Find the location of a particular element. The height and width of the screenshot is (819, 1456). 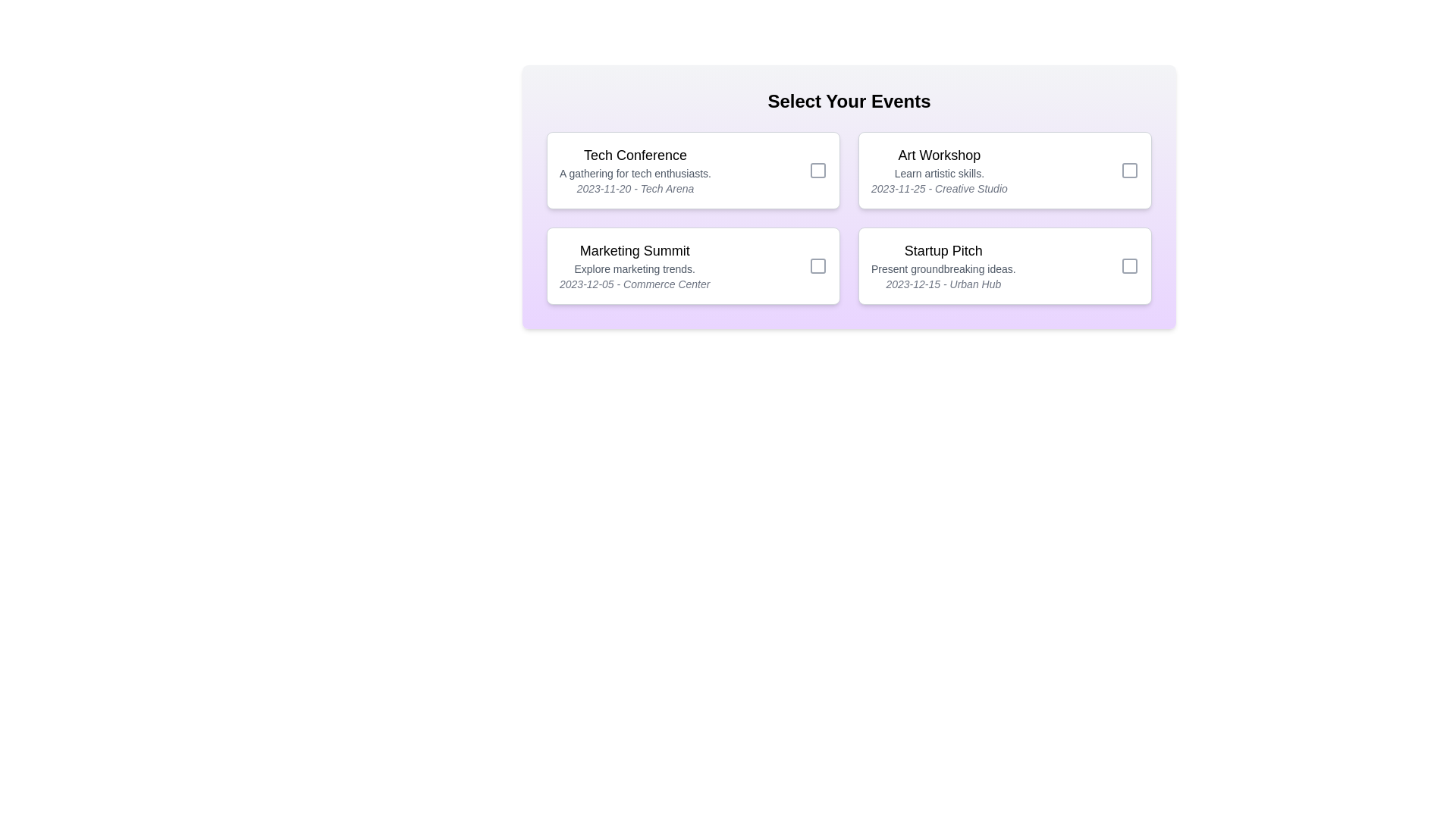

the card corresponding to Art Workshop is located at coordinates (1005, 170).